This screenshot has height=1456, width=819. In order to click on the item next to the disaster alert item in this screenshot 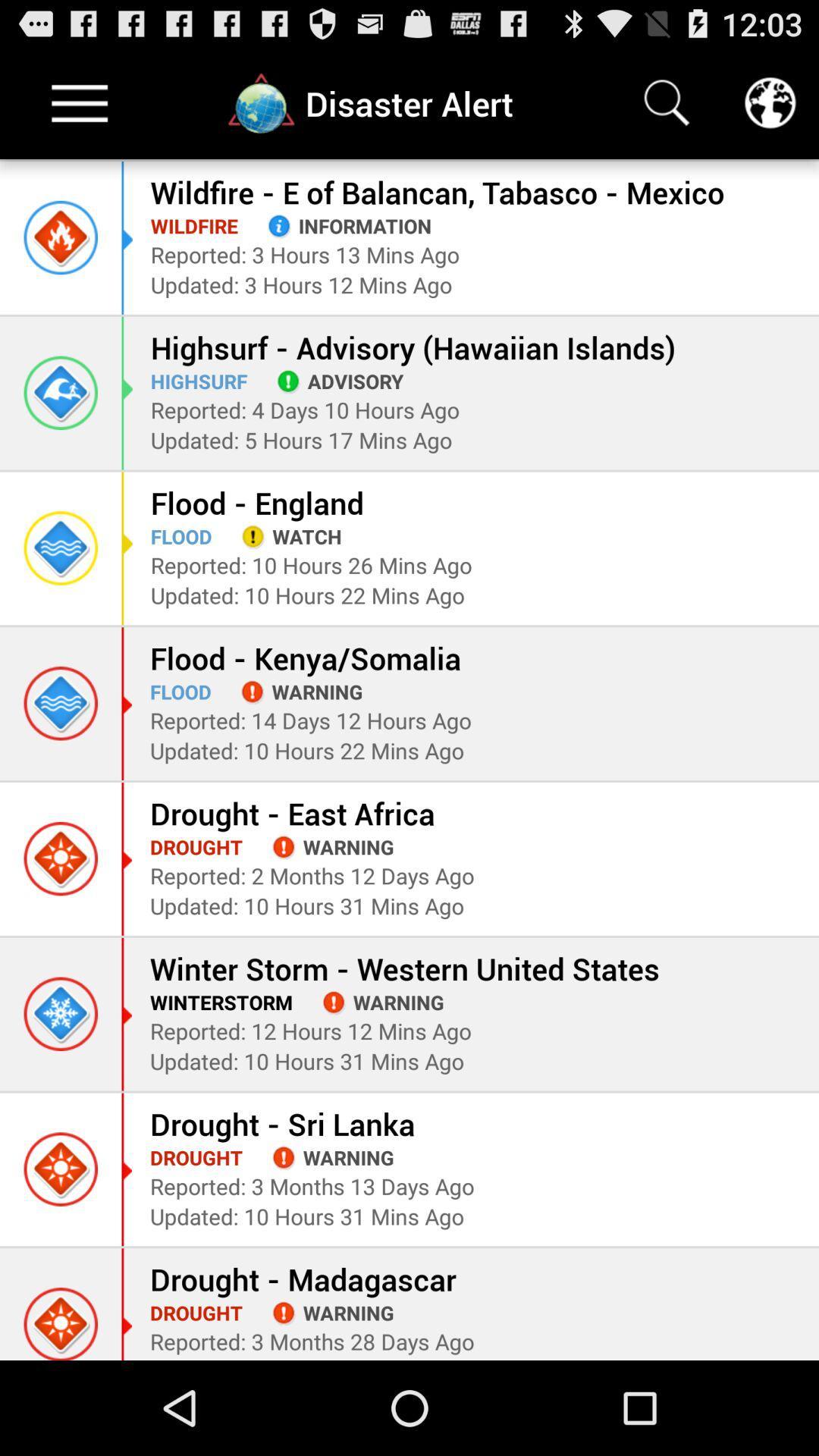, I will do `click(666, 102)`.